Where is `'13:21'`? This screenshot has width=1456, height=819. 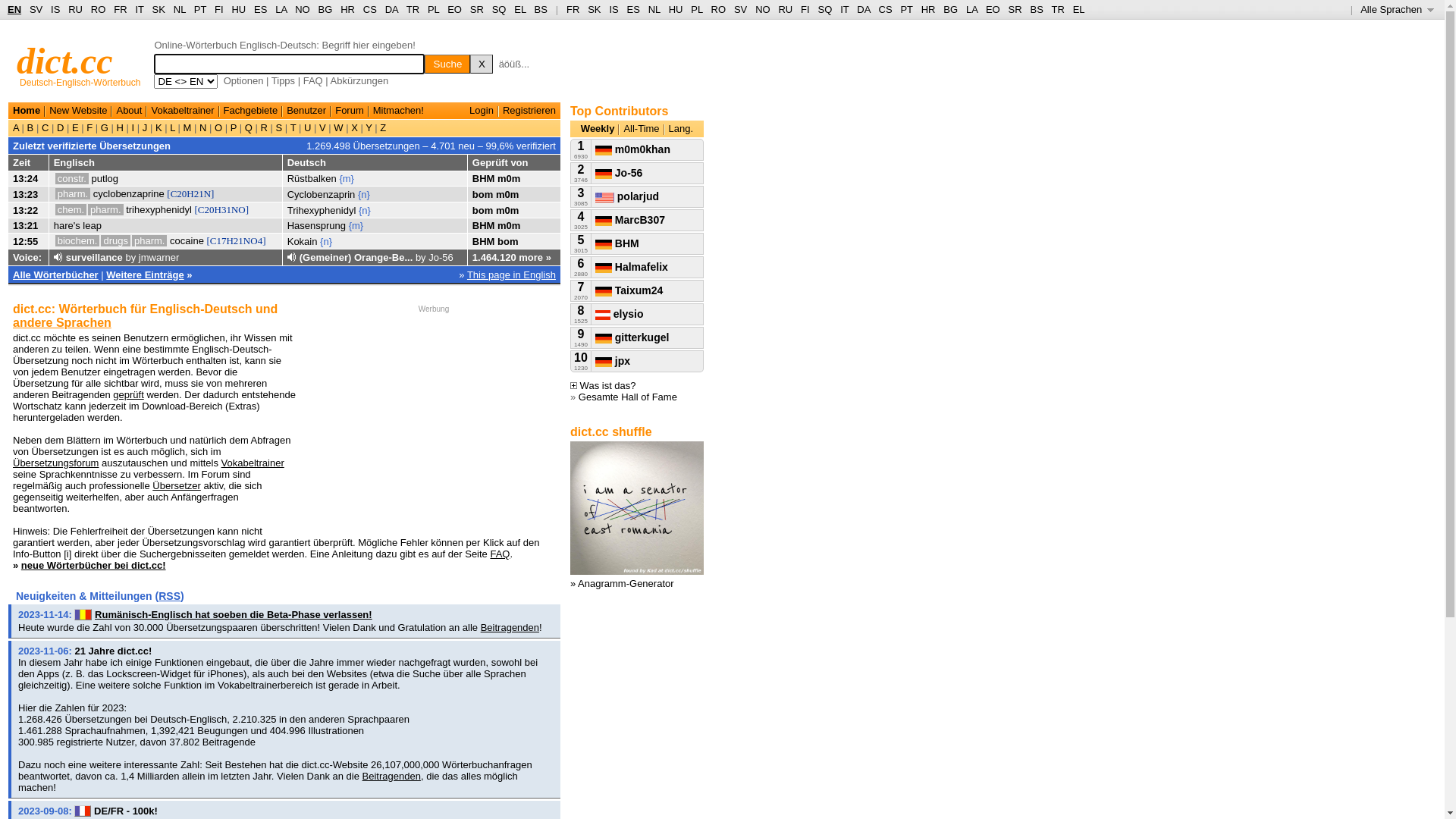 '13:21' is located at coordinates (25, 225).